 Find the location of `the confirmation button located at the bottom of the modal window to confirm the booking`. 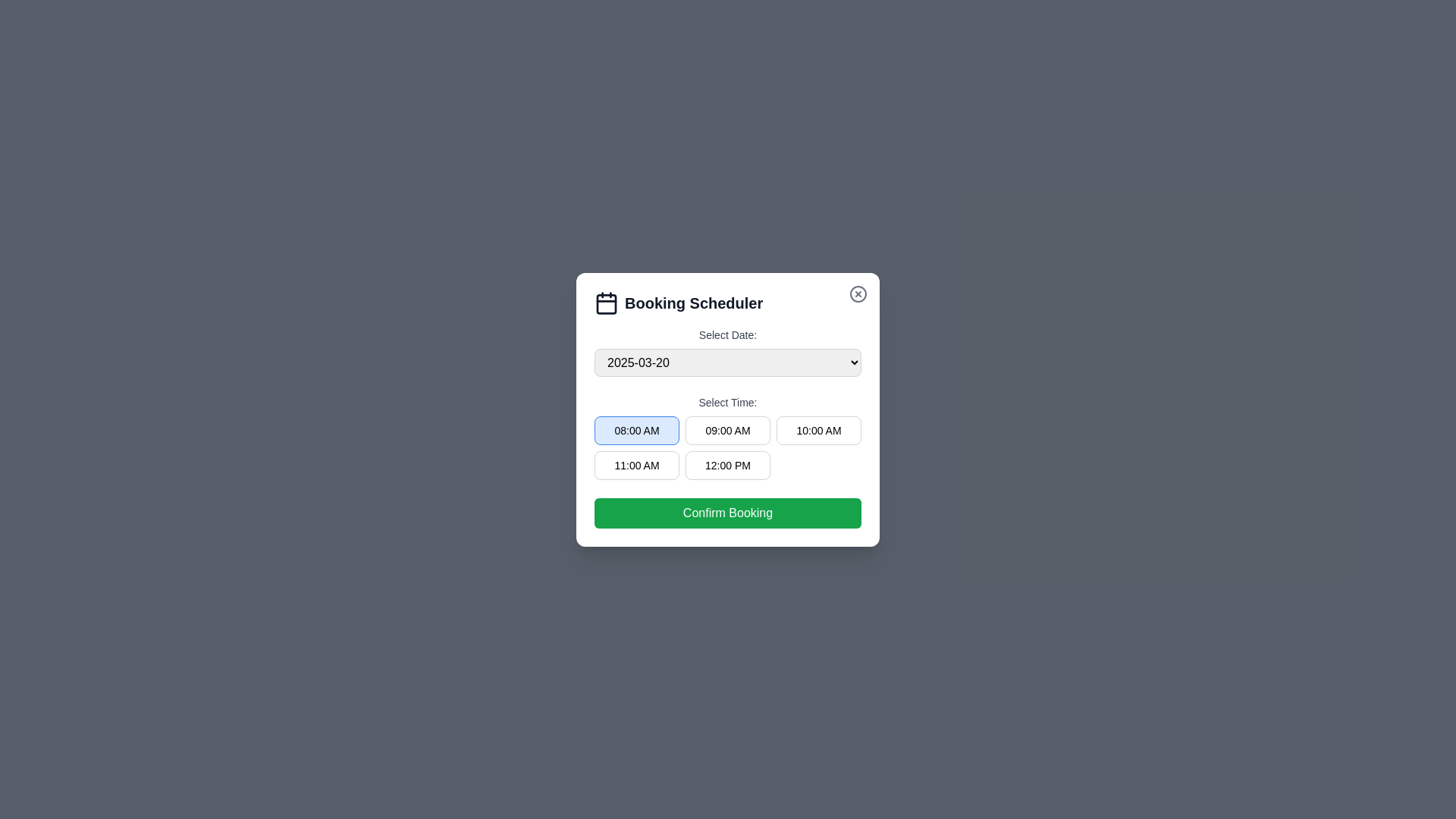

the confirmation button located at the bottom of the modal window to confirm the booking is located at coordinates (728, 512).